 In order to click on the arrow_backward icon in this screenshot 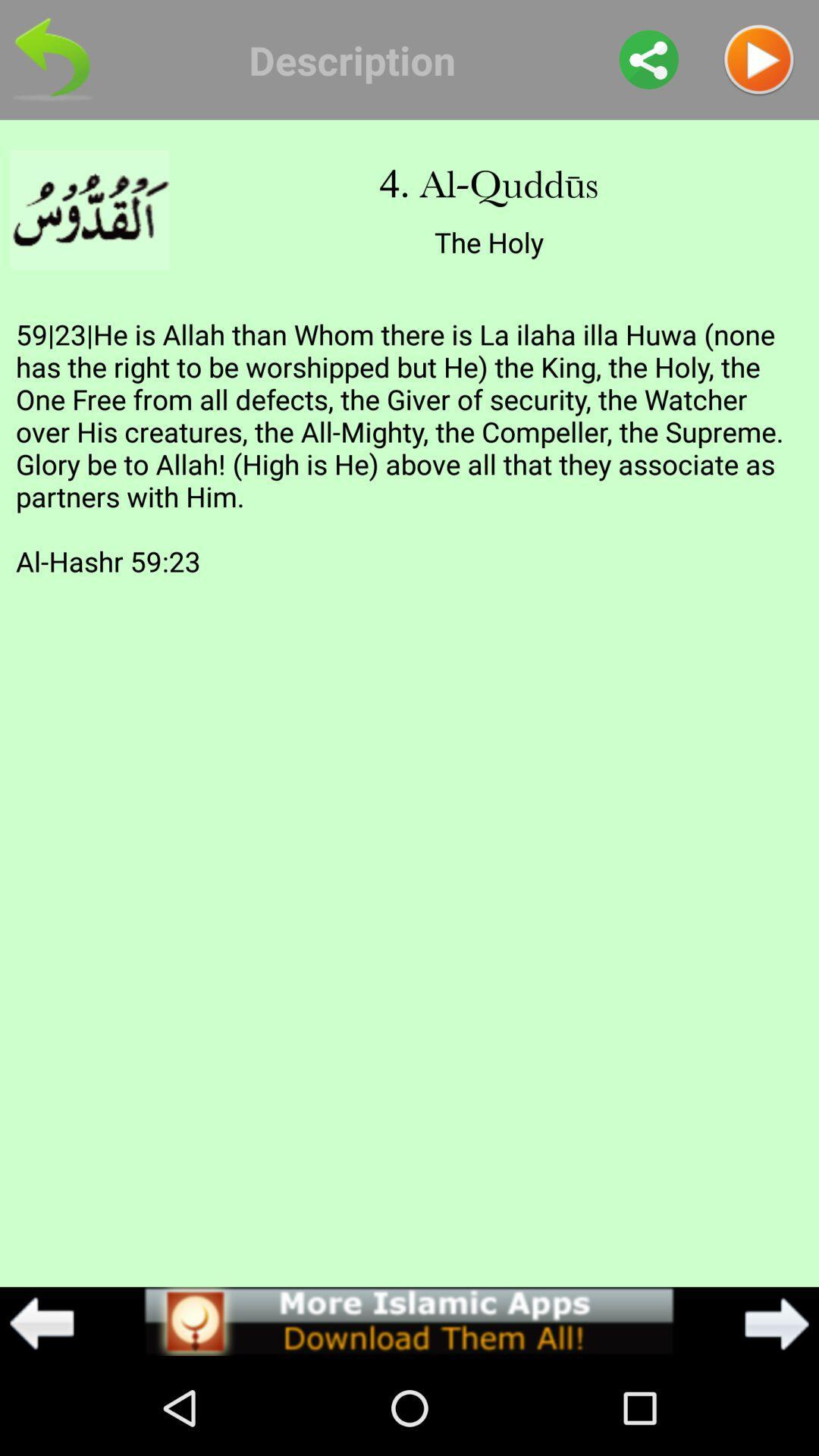, I will do `click(41, 1416)`.